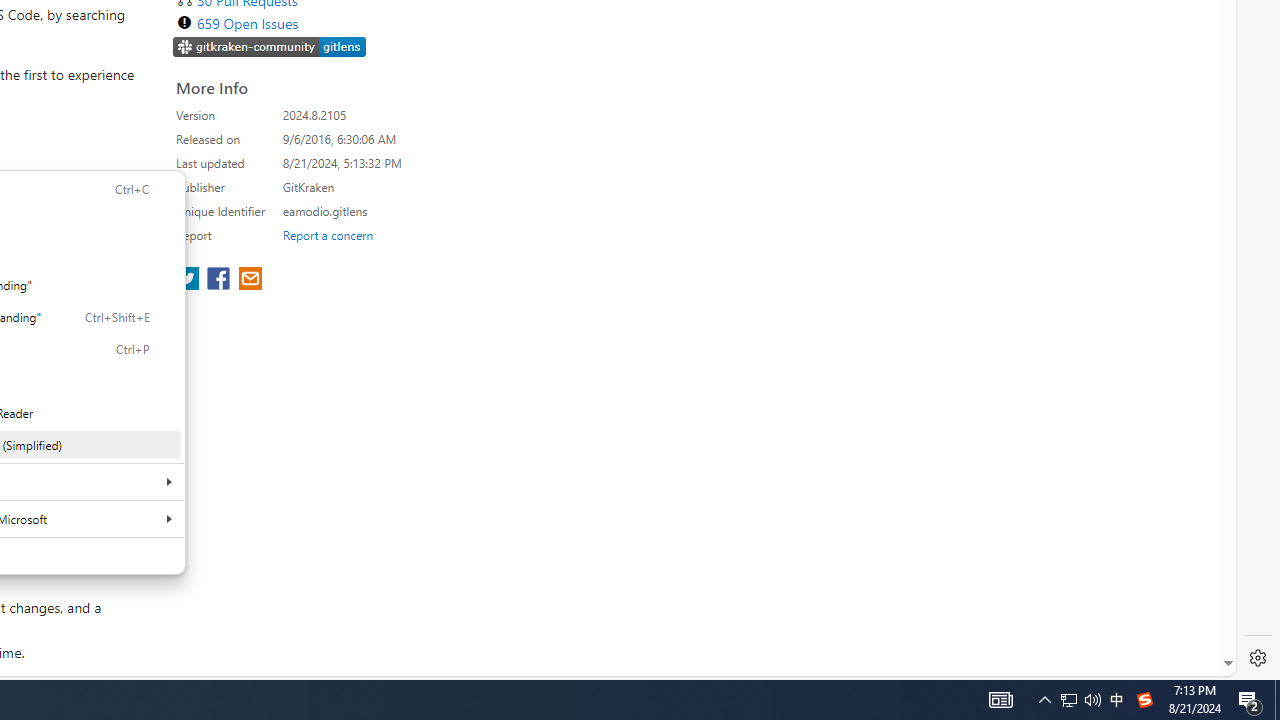 The height and width of the screenshot is (720, 1280). I want to click on 'https://slack.gitkraken.com//', so click(269, 45).